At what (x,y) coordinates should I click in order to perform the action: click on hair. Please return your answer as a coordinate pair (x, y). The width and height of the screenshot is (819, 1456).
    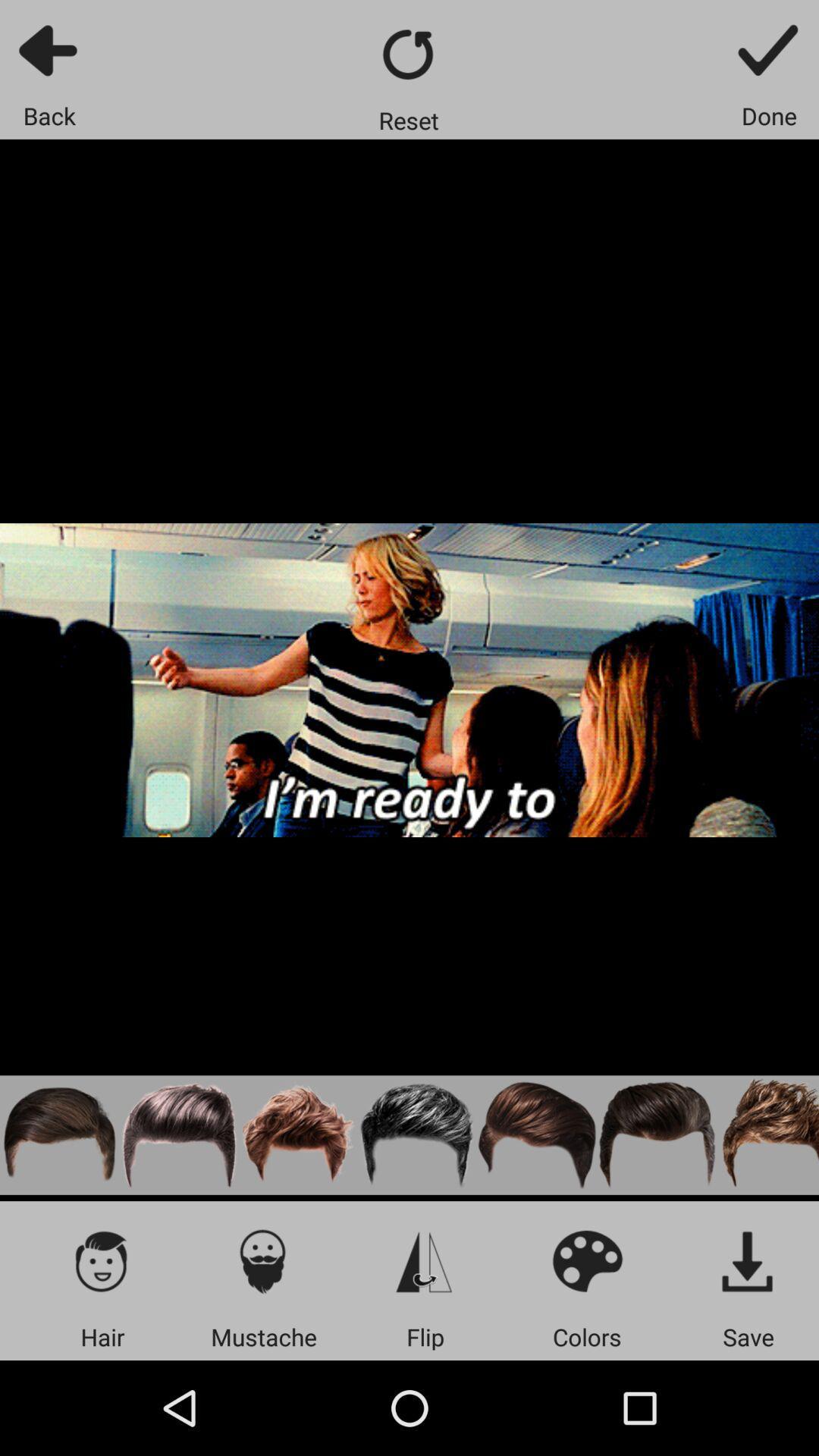
    Looking at the image, I should click on (536, 1135).